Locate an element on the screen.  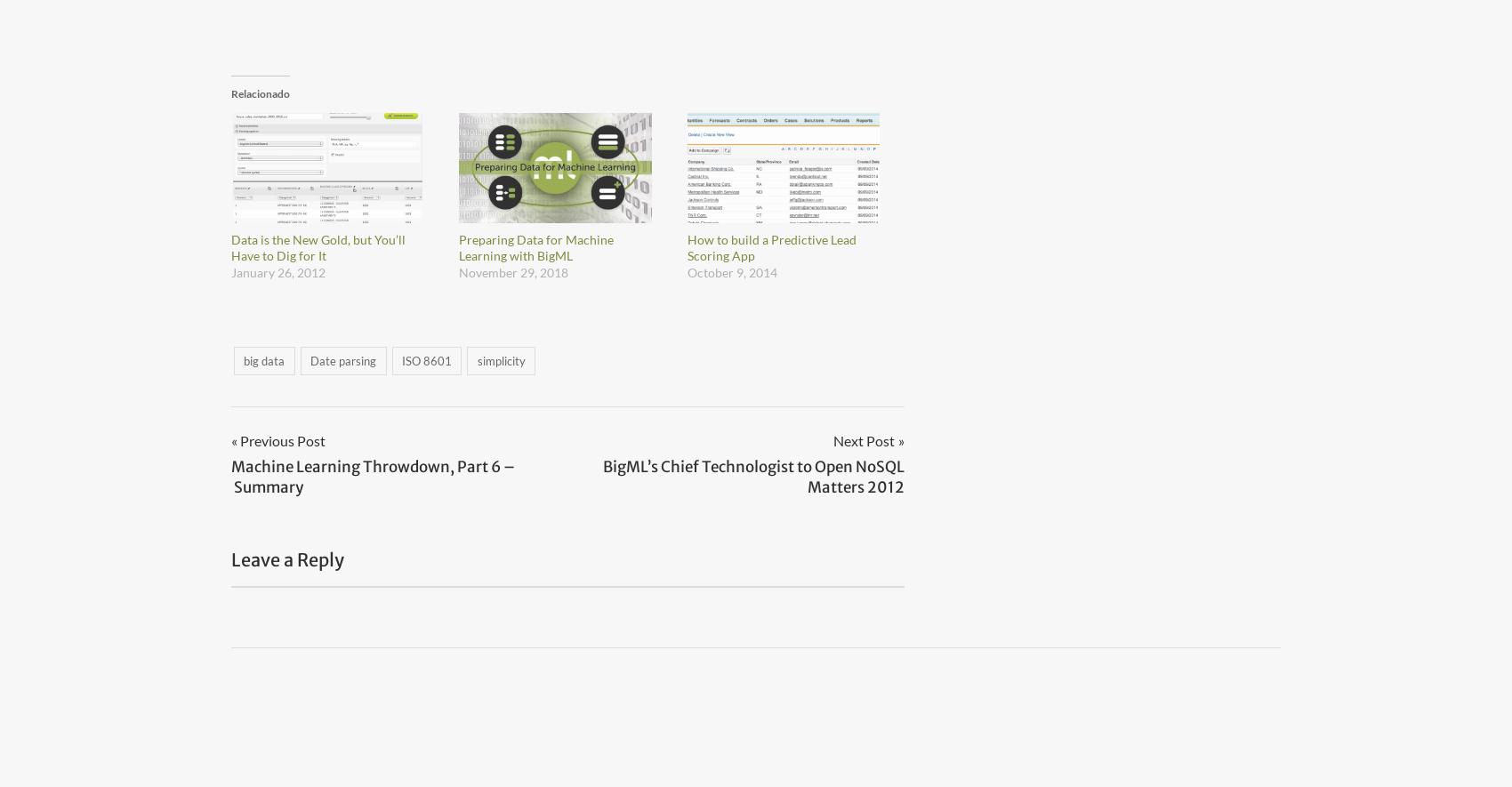
'Previous Post' is located at coordinates (283, 440).